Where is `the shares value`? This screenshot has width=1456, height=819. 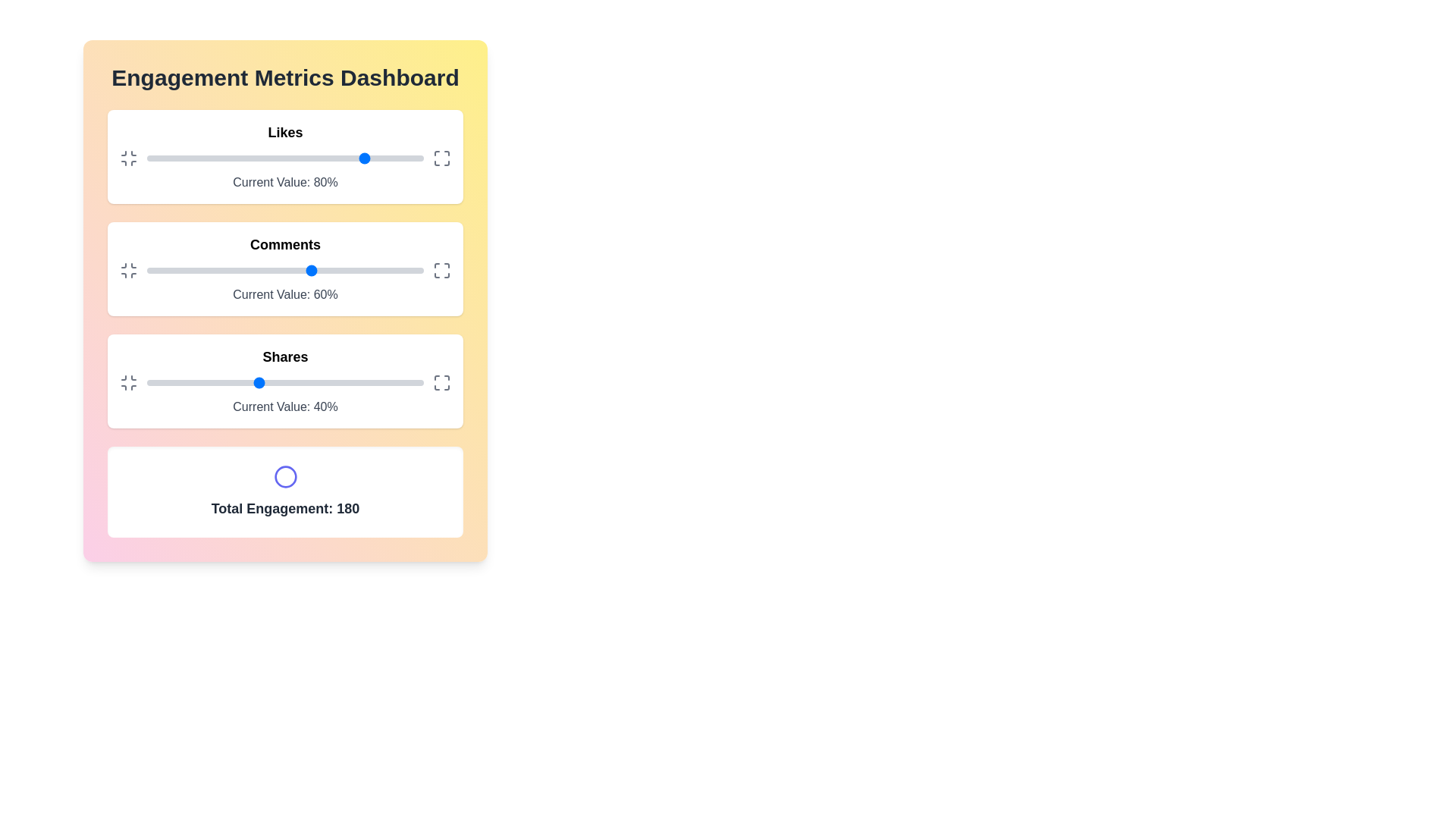
the shares value is located at coordinates (187, 382).